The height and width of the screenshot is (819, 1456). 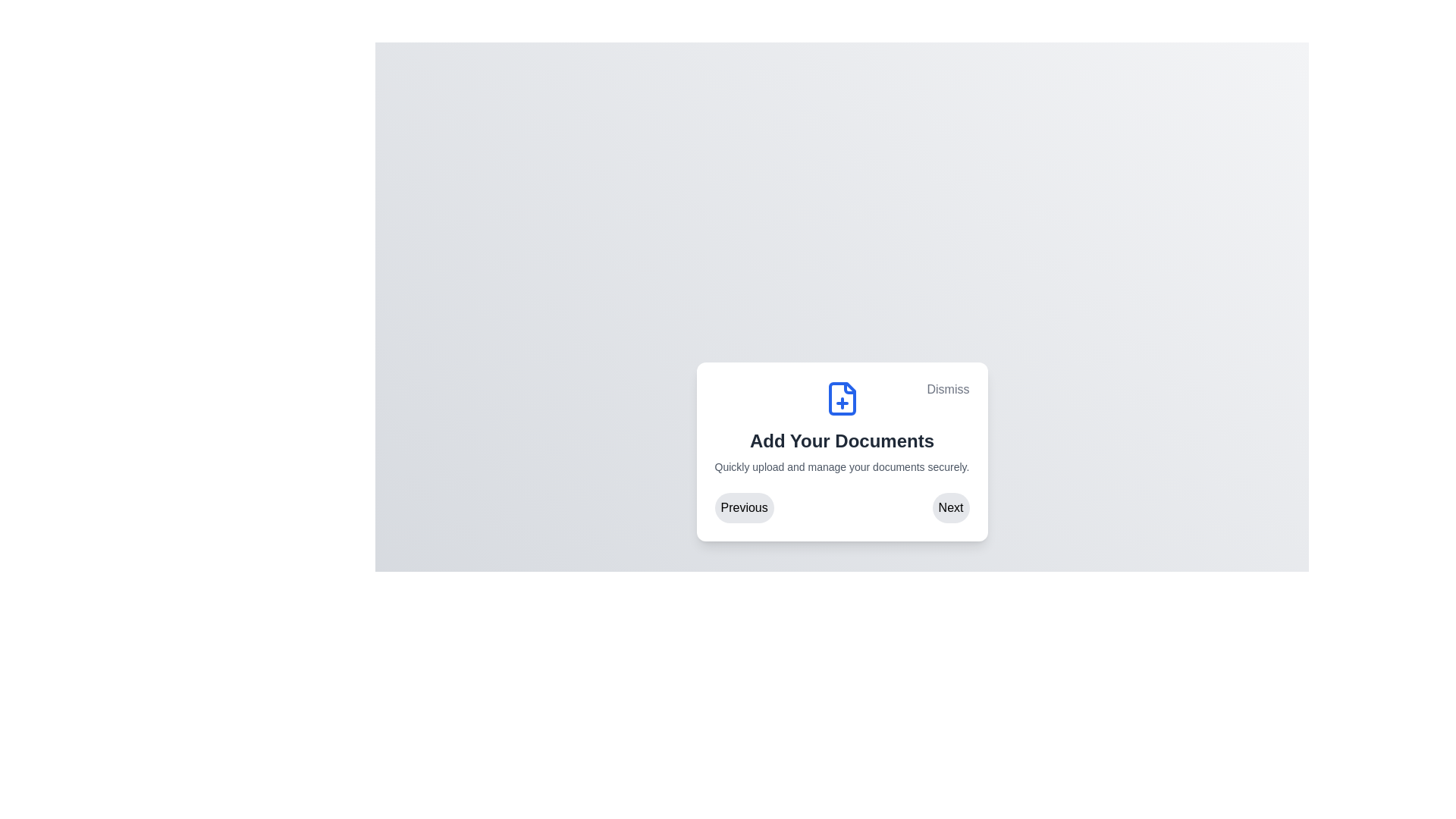 I want to click on the centered text heading "Add Your Documents" which is styled in a bold, large font size and located below a document icon with a plus symbol, so click(x=841, y=441).